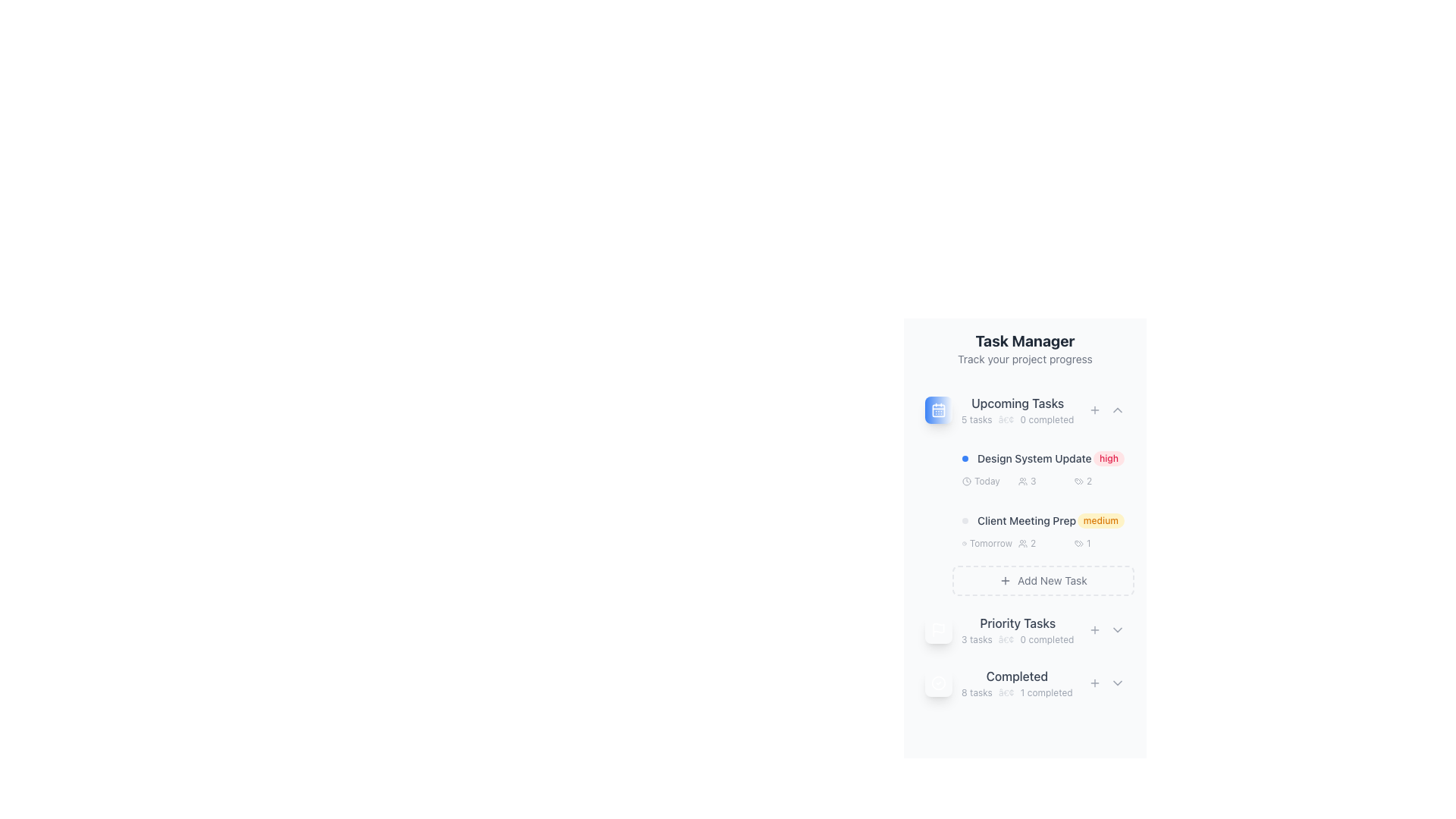  What do you see at coordinates (1051, 580) in the screenshot?
I see `the text label inside the clickable area to initiate adding a new task in the task manager, located beneath 'Client Meeting Prep' and above 'Priority Tasks'` at bounding box center [1051, 580].